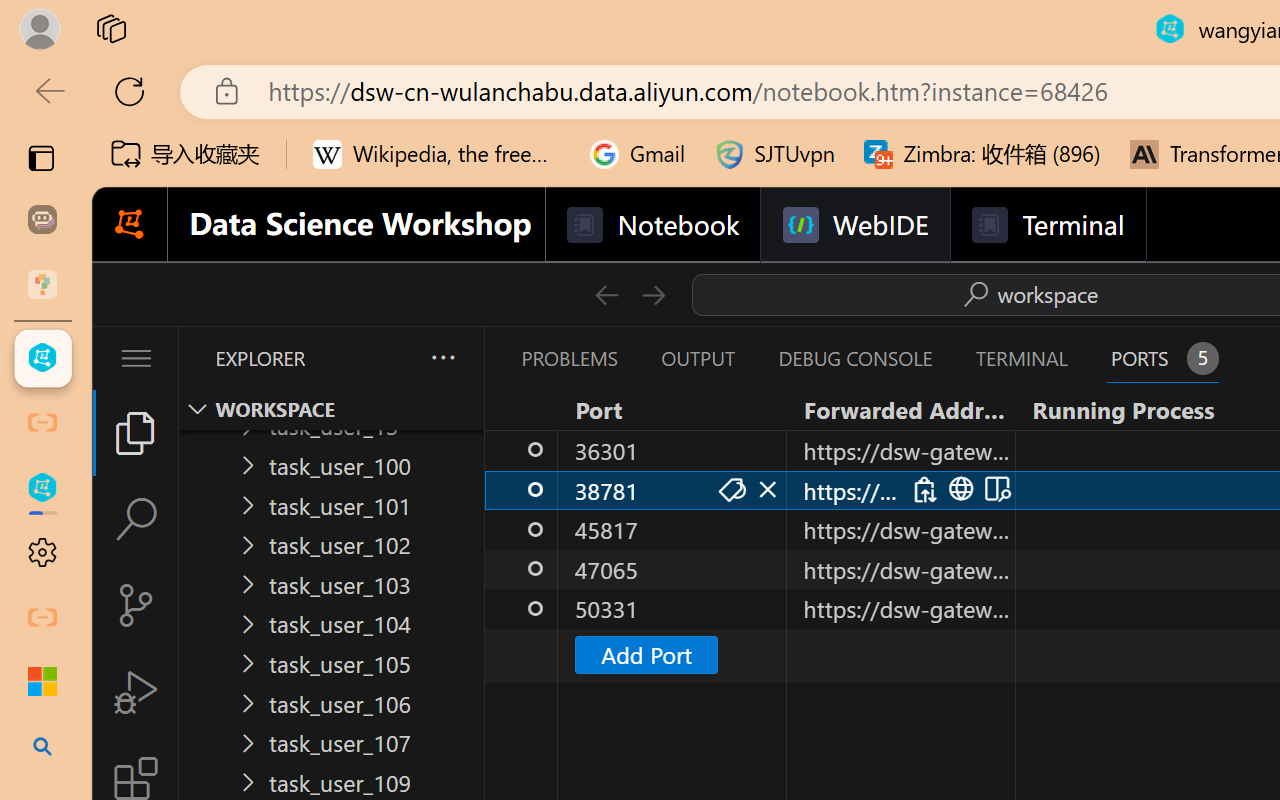 This screenshot has height=800, width=1280. I want to click on 'Microsoft security help and learning', so click(42, 682).